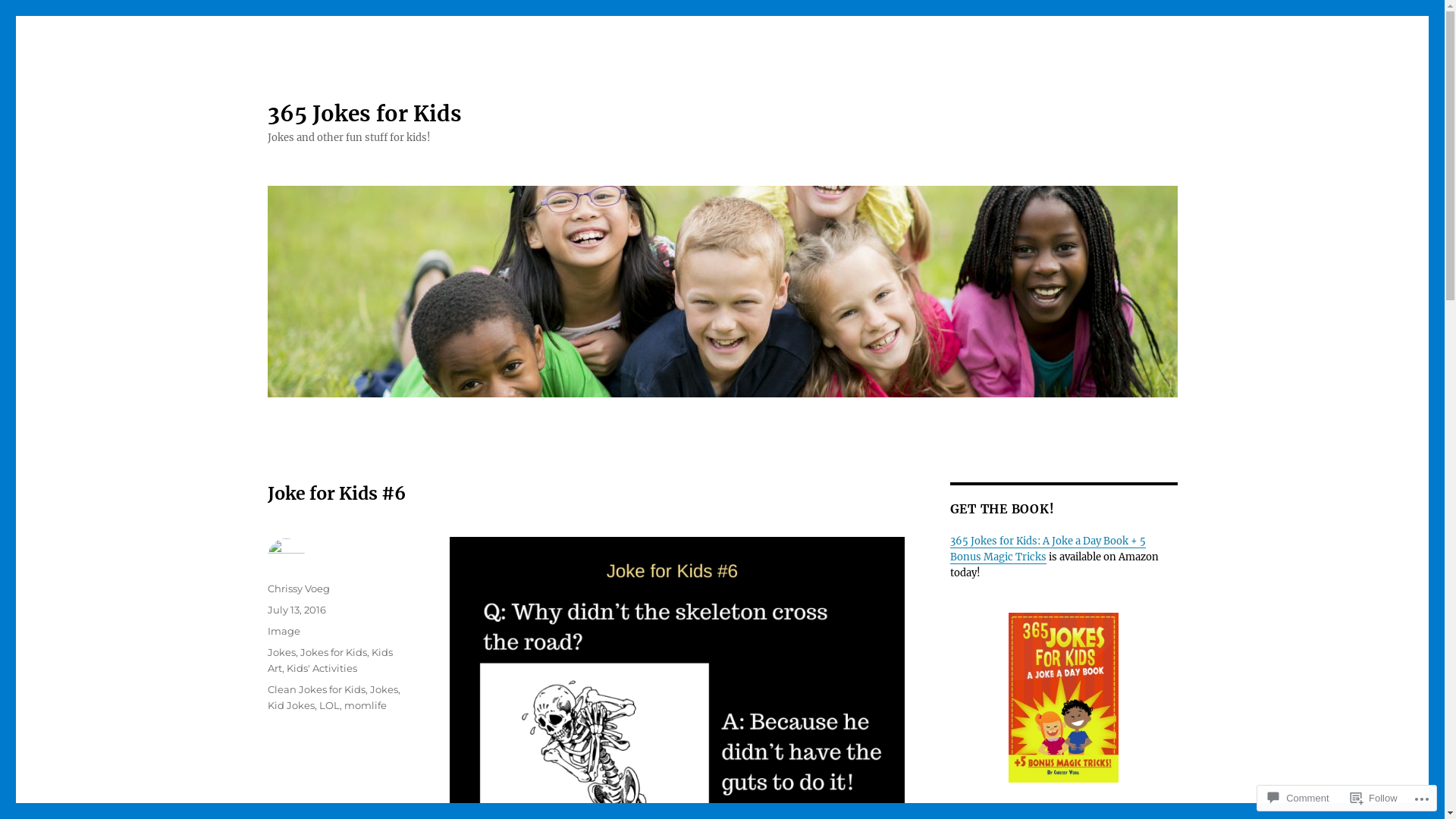  What do you see at coordinates (364, 113) in the screenshot?
I see `'365 Jokes for Kids'` at bounding box center [364, 113].